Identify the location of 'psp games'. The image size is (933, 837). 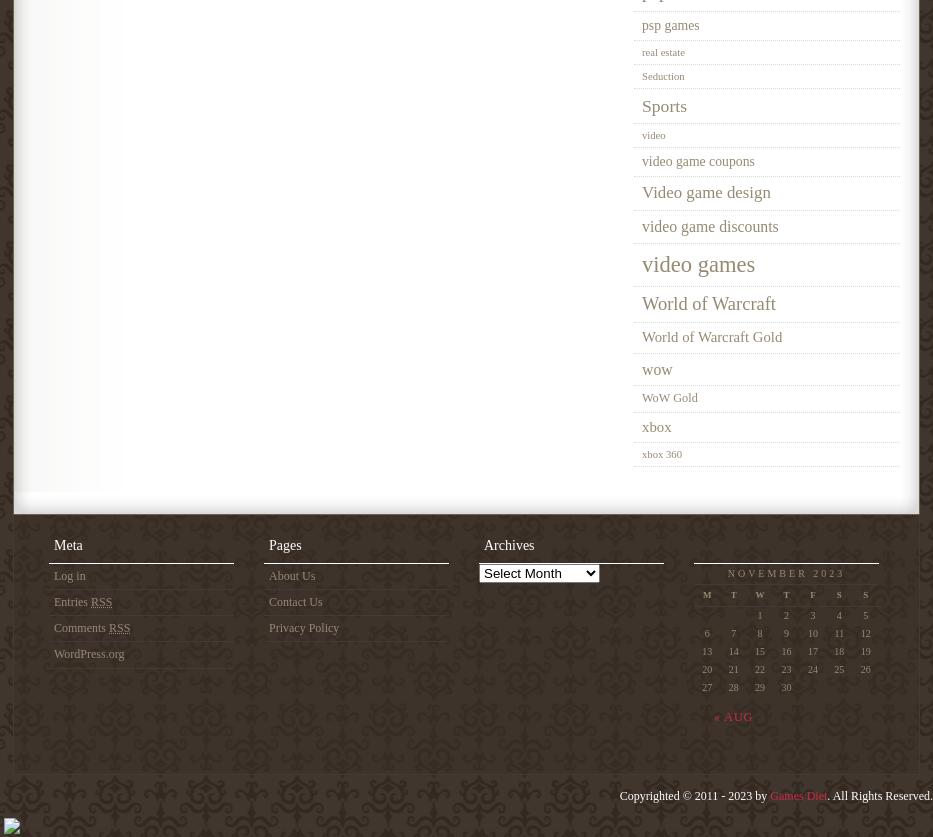
(669, 24).